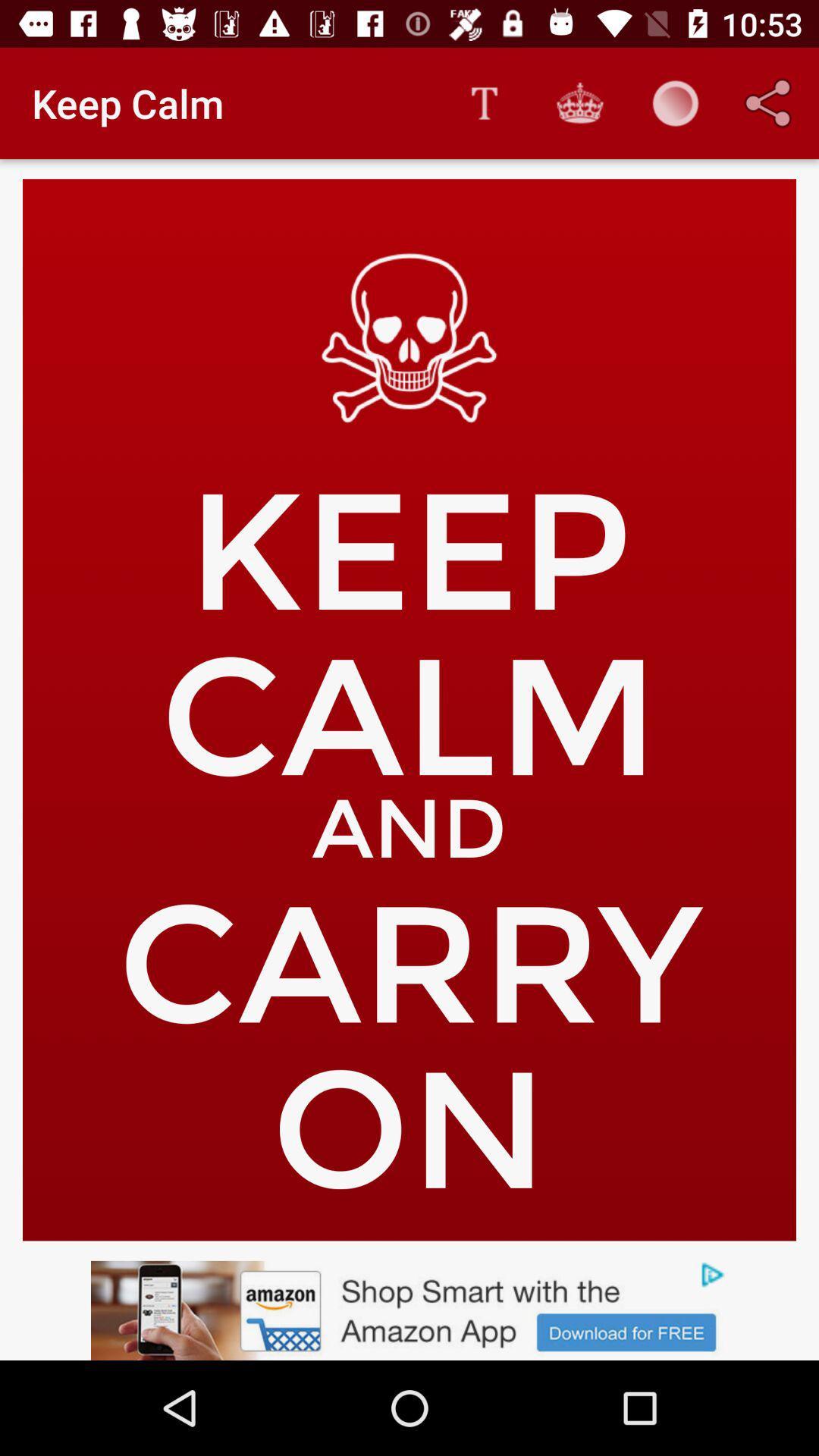  Describe the element at coordinates (485, 102) in the screenshot. I see `the item to the right of the keep calm icon` at that location.